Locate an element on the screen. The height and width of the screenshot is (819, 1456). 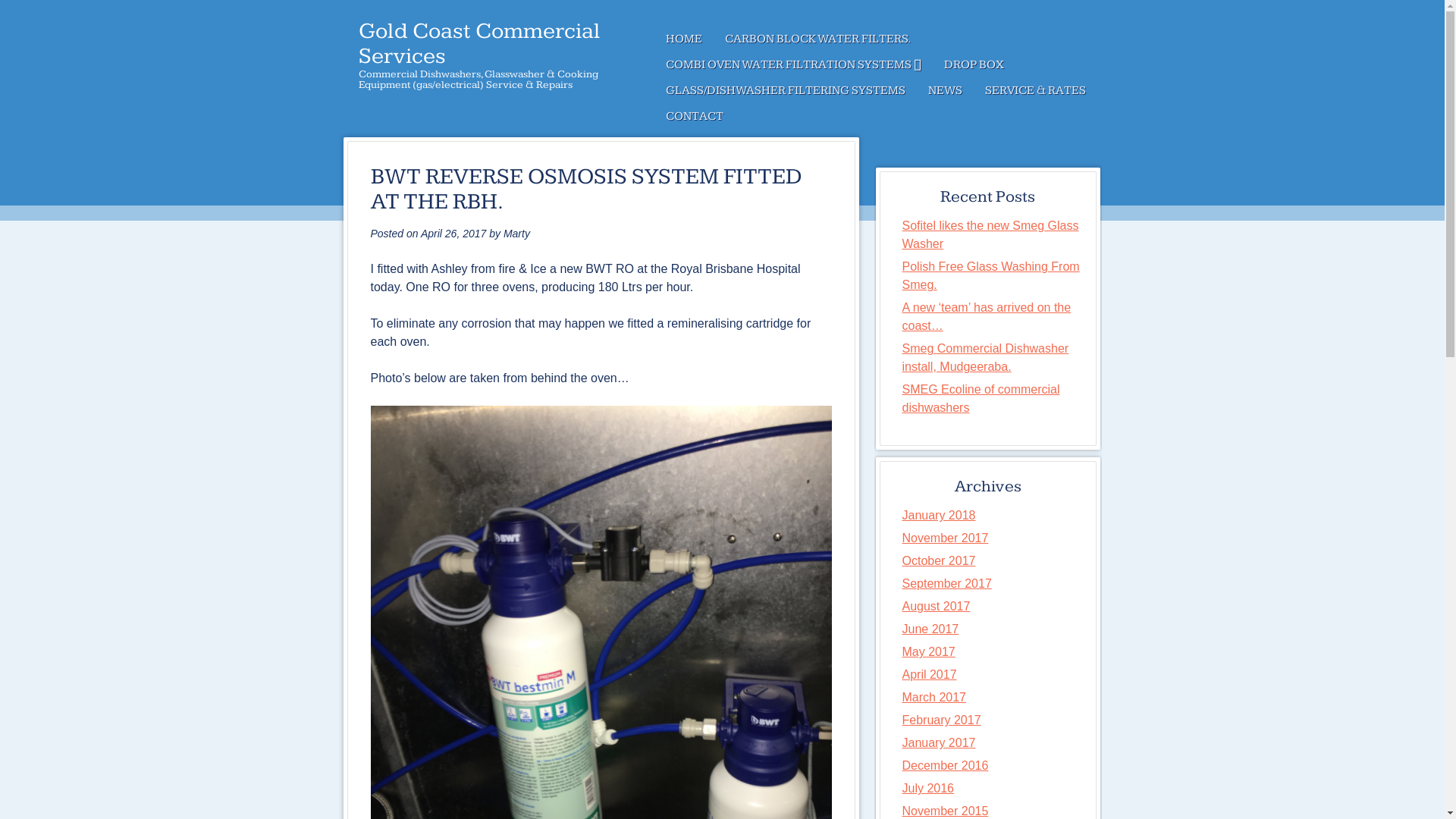
'May 2017' is located at coordinates (927, 651).